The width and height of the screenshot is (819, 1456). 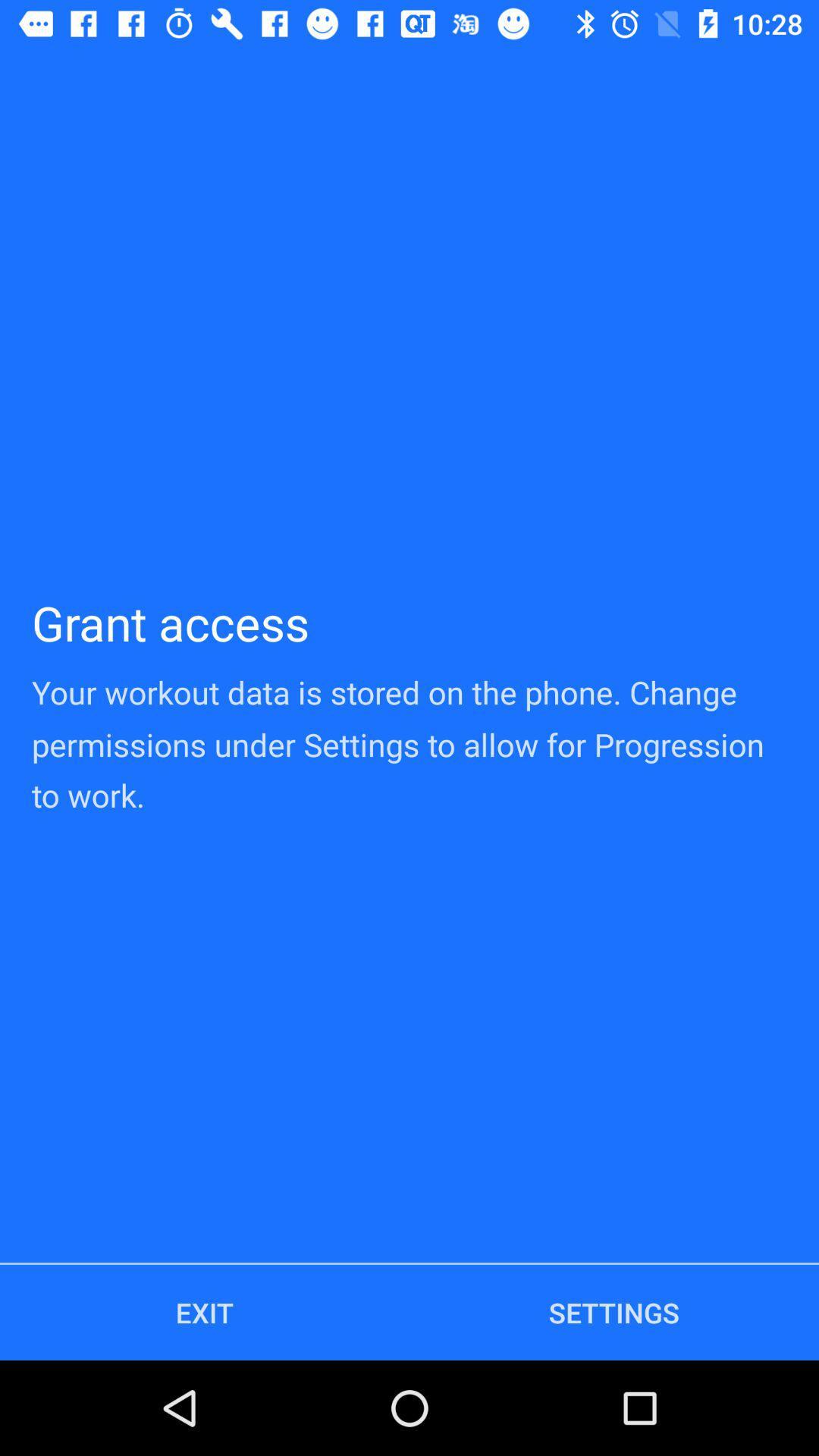 What do you see at coordinates (205, 1312) in the screenshot?
I see `icon to the left of the settings item` at bounding box center [205, 1312].